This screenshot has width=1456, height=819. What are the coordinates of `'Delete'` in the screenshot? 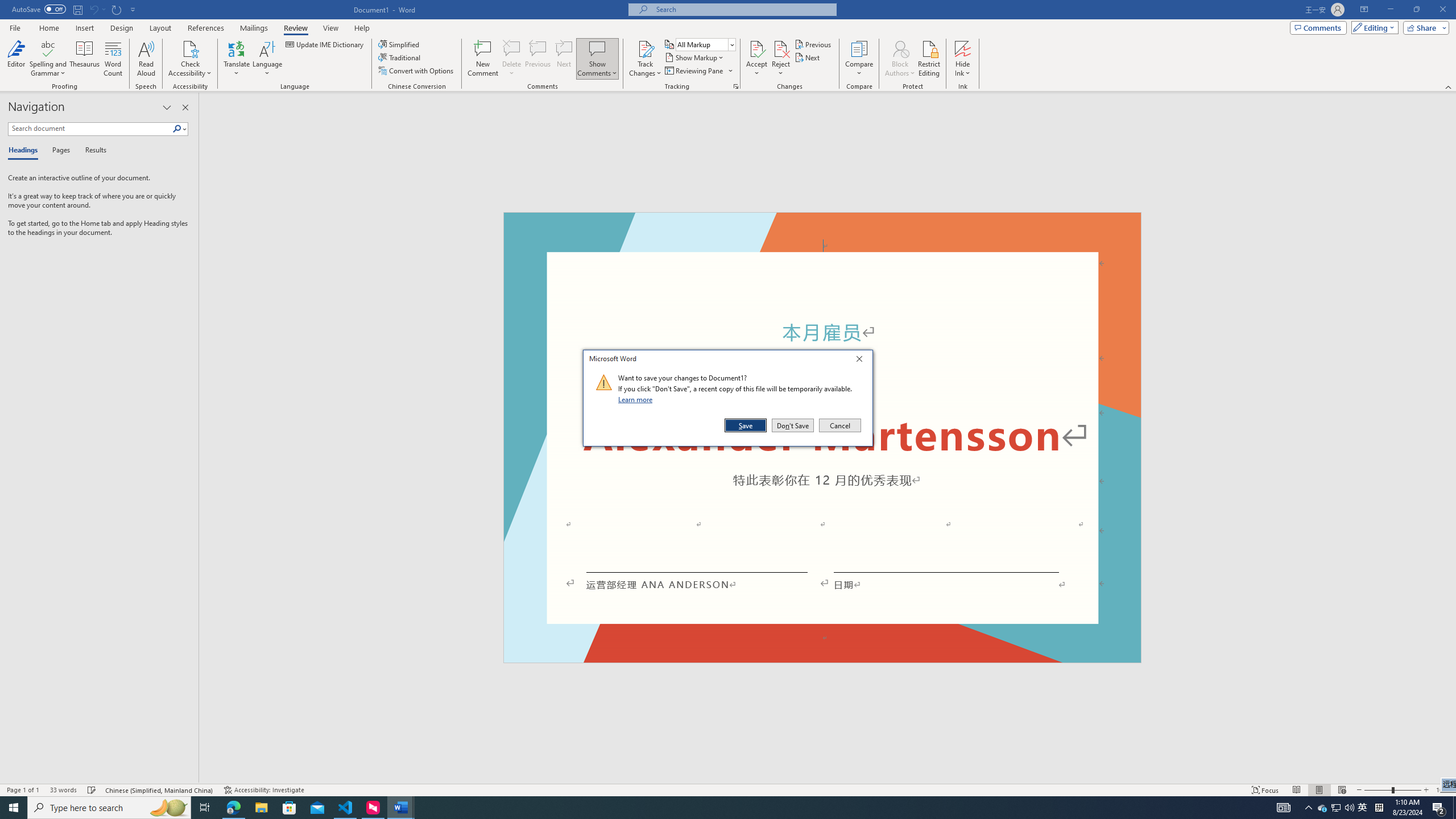 It's located at (511, 59).